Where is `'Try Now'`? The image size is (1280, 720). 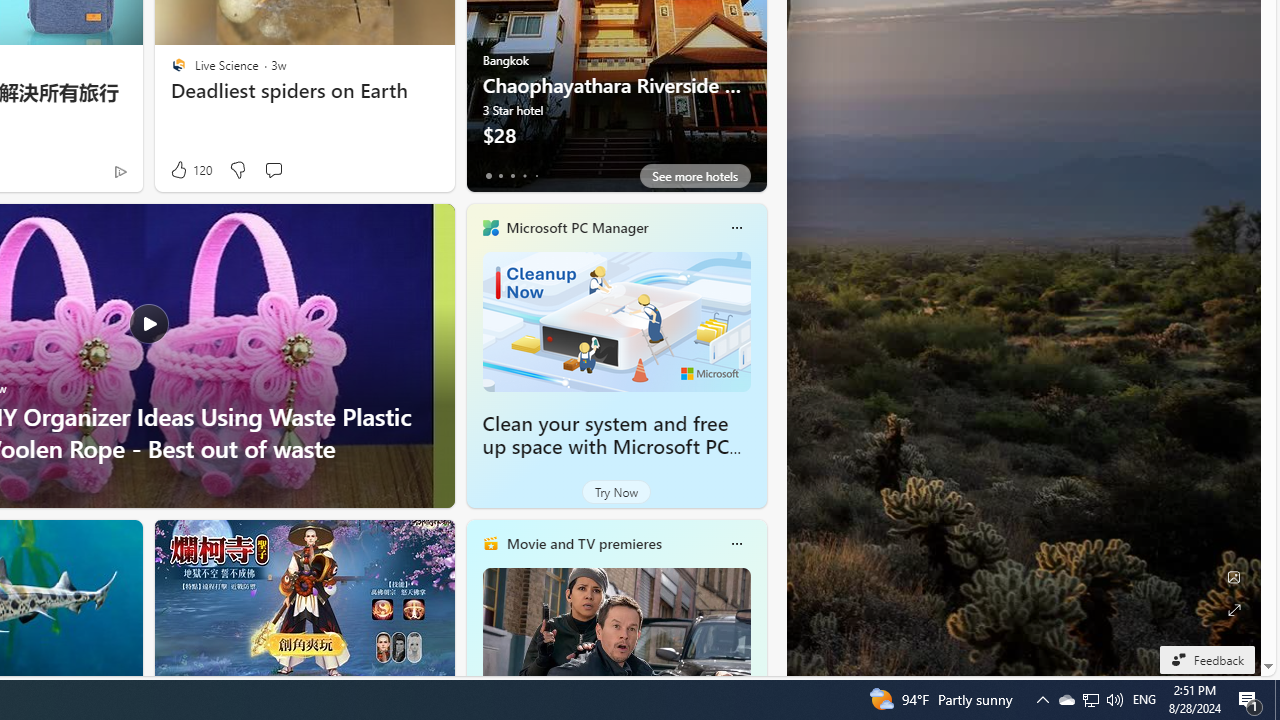
'Try Now' is located at coordinates (615, 492).